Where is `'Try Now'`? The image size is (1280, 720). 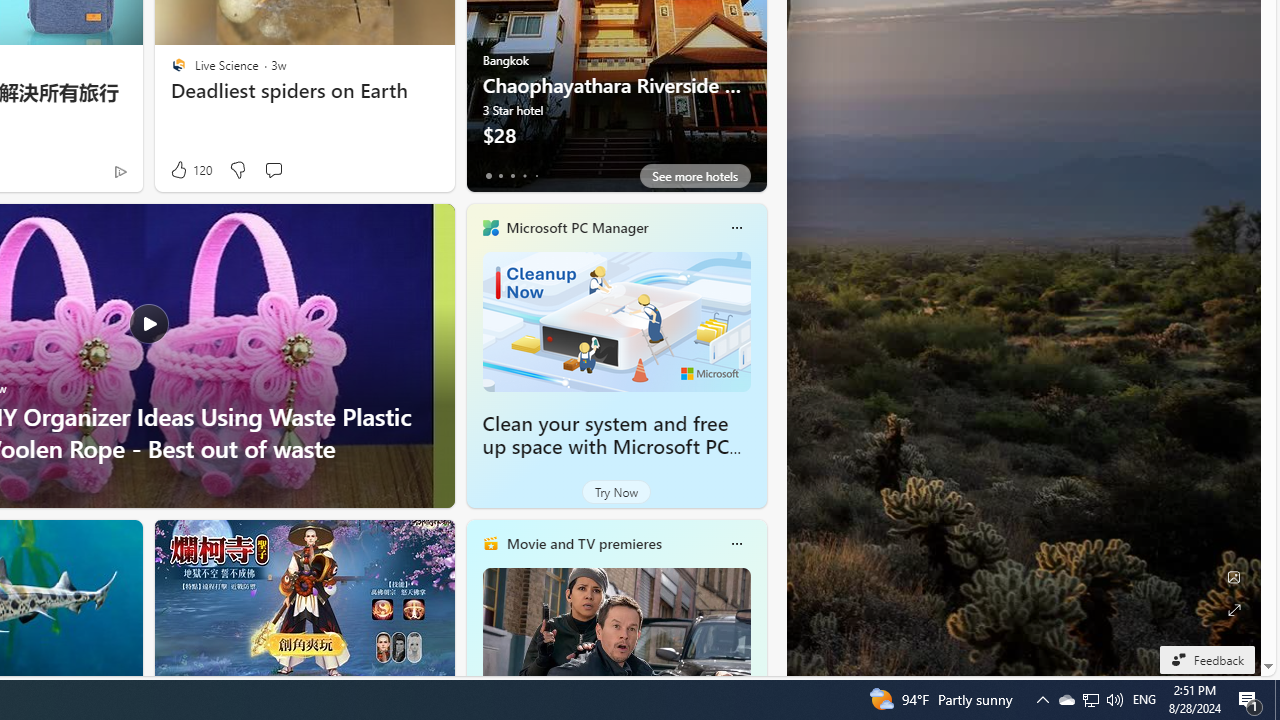
'Try Now' is located at coordinates (615, 492).